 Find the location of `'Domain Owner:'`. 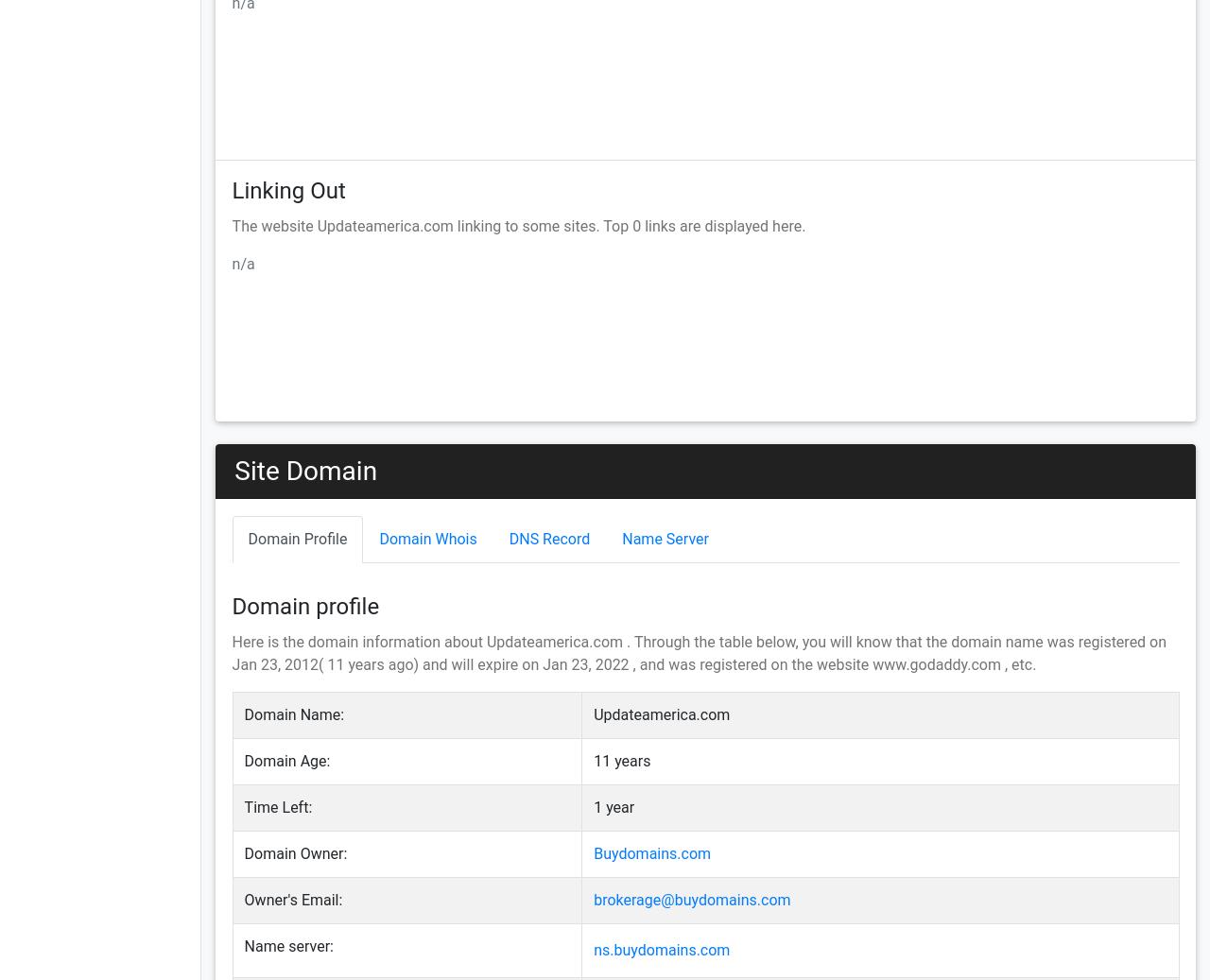

'Domain Owner:' is located at coordinates (294, 853).